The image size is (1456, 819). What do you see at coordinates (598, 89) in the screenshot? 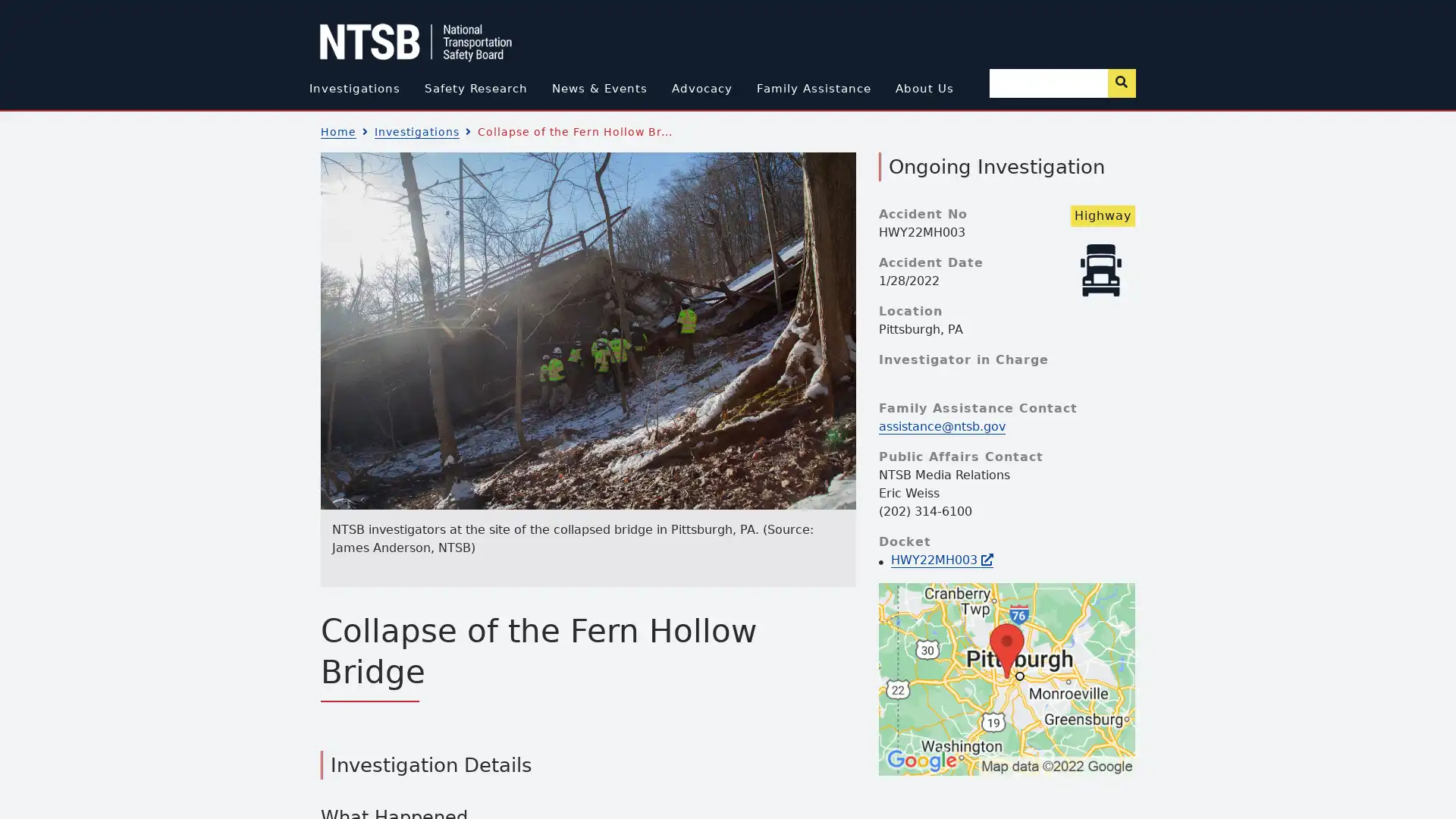
I see `News & Events` at bounding box center [598, 89].